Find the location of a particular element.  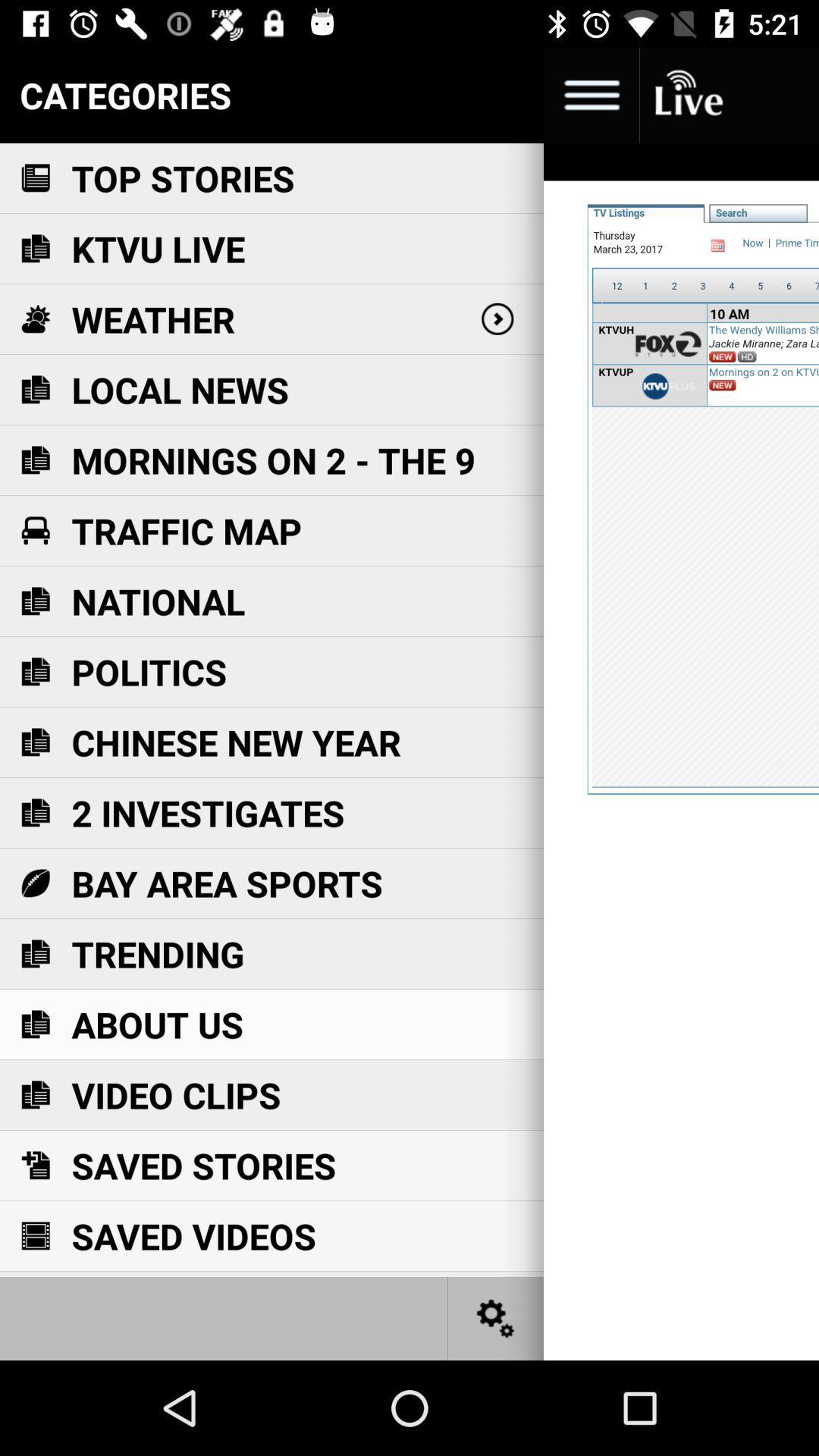

hide/show sidebar is located at coordinates (590, 94).